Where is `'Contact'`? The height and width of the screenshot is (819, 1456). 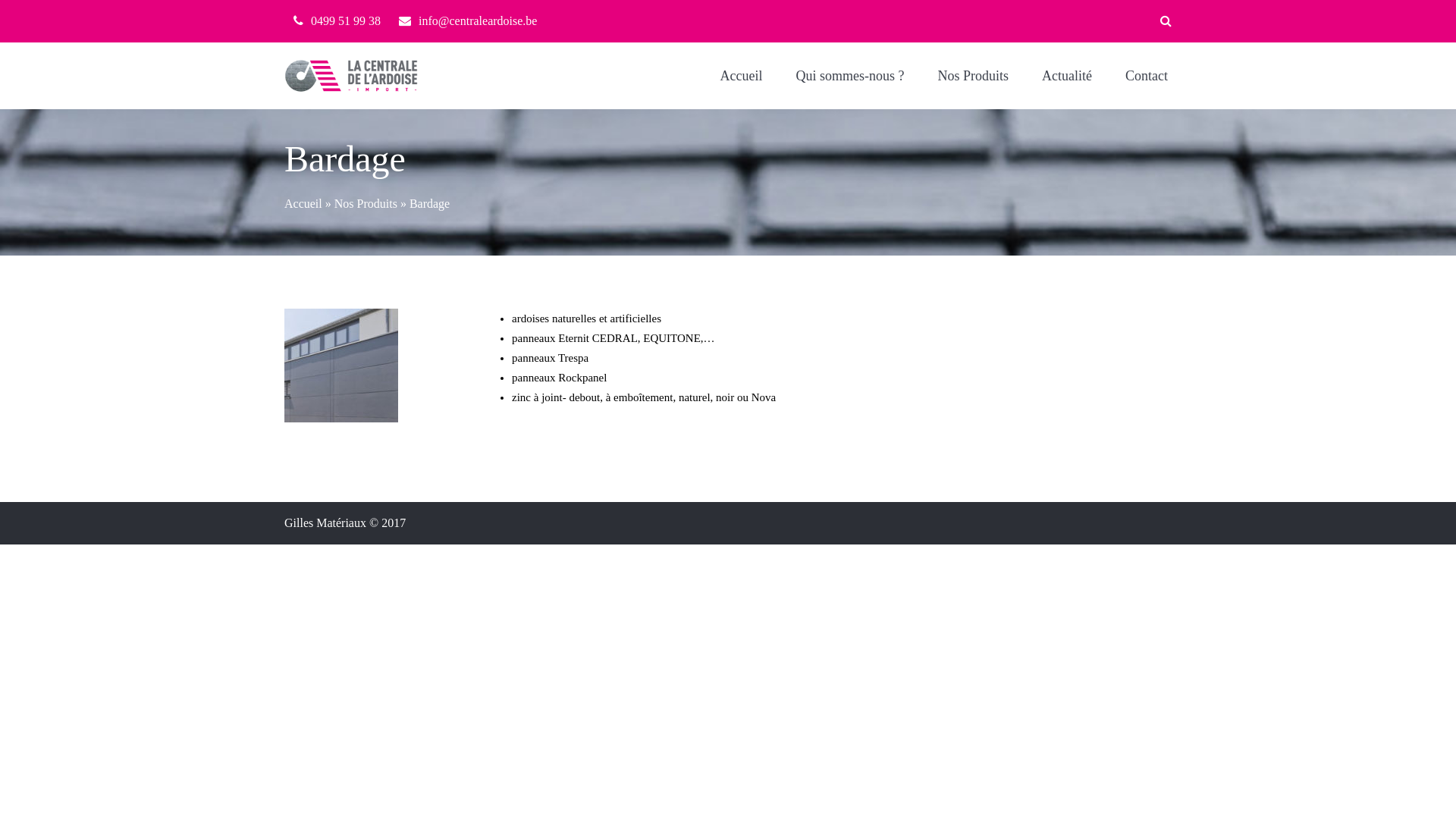
'Contact' is located at coordinates (1110, 76).